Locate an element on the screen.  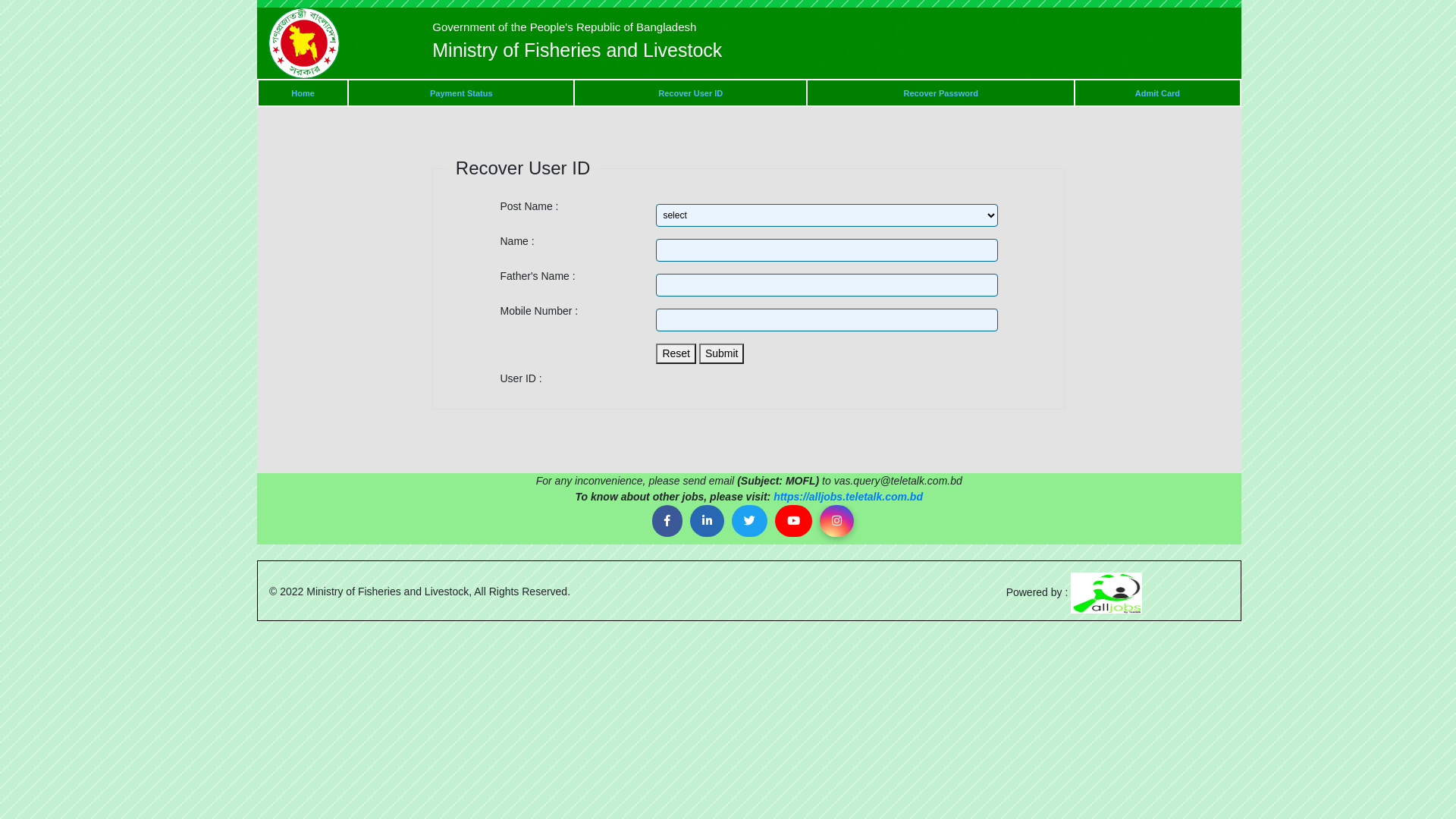
'Instagram' is located at coordinates (836, 520).